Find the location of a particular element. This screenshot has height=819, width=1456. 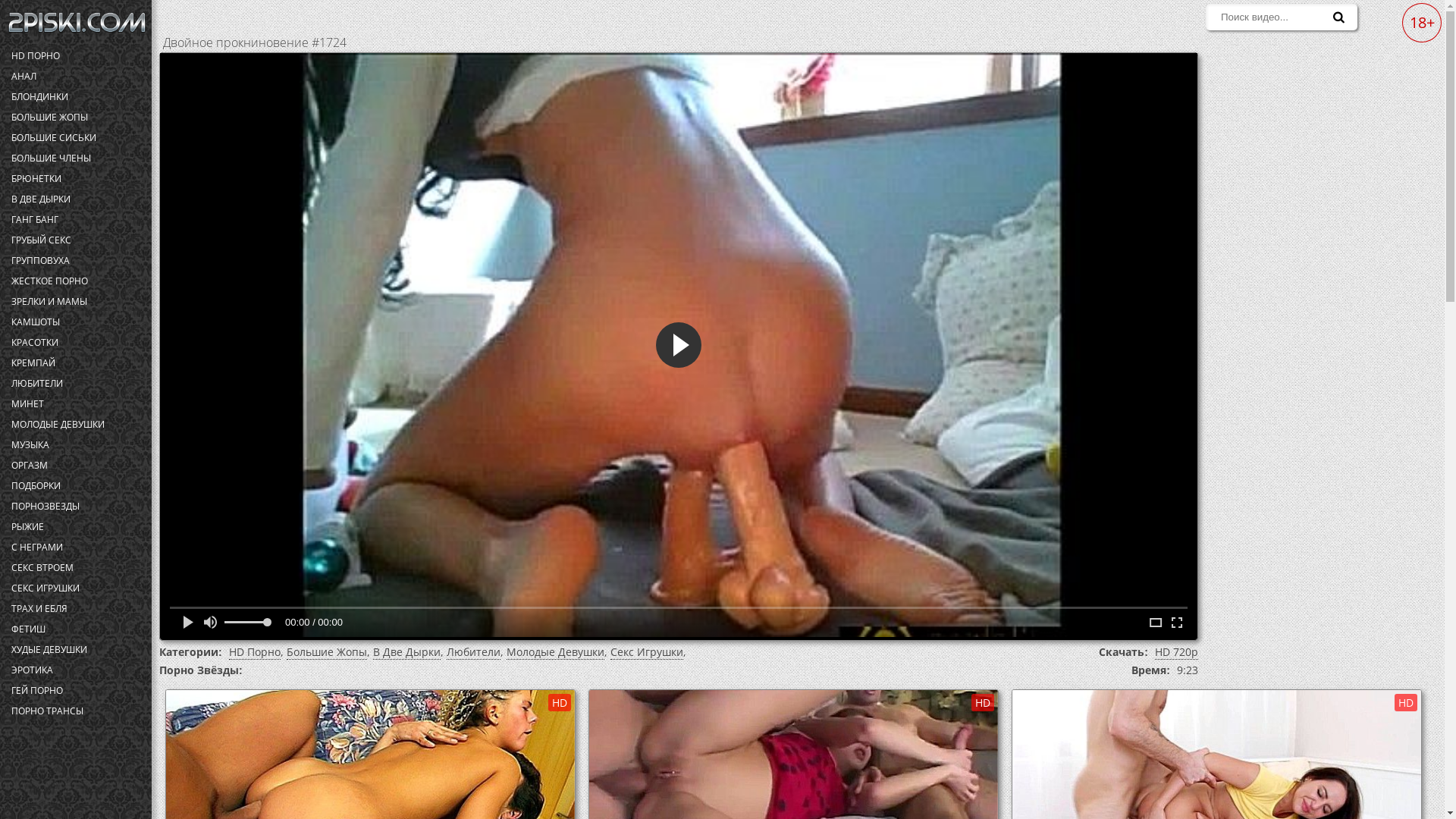

'HD 720p' is located at coordinates (1175, 651).